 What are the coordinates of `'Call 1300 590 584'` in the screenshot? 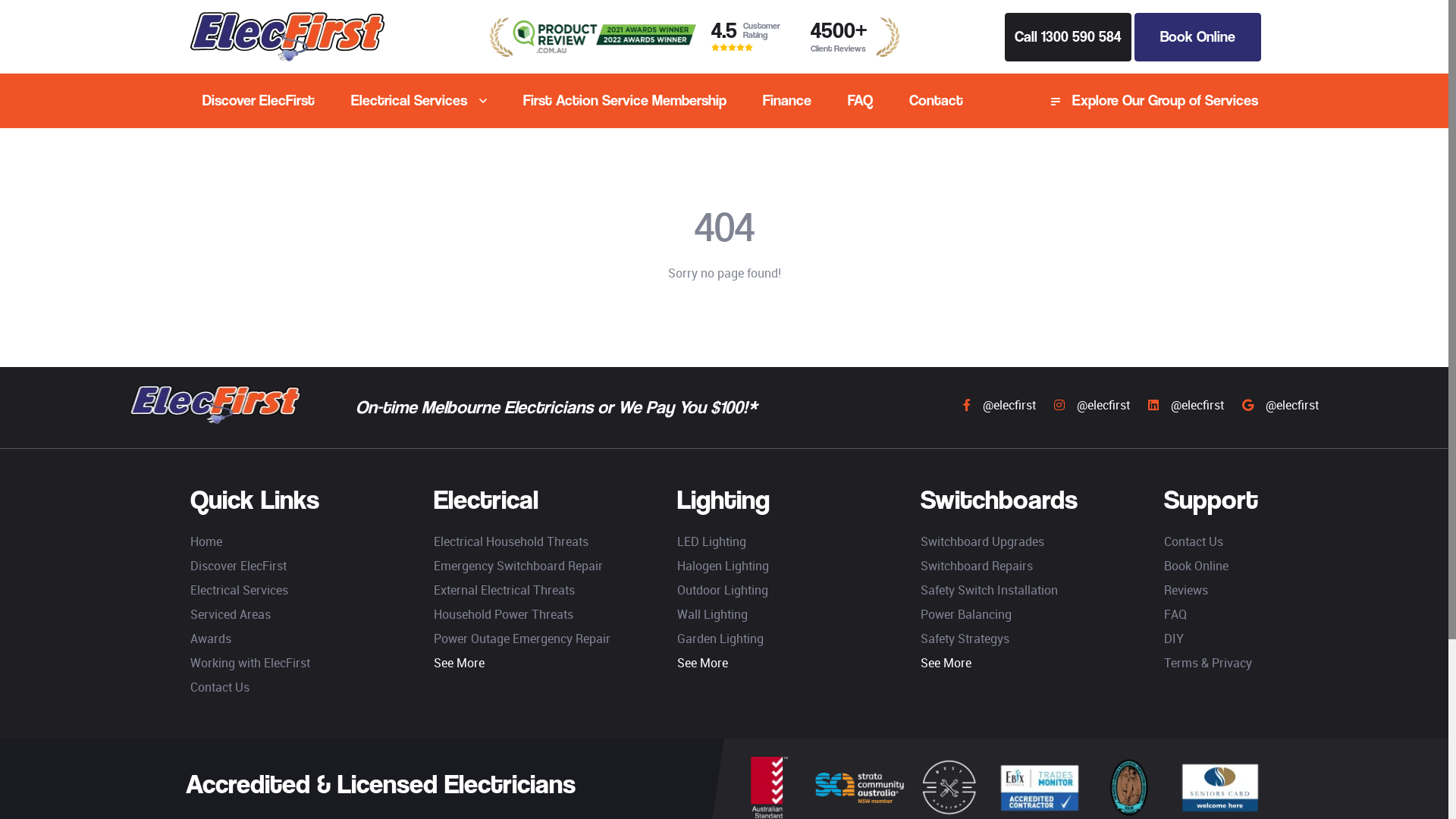 It's located at (1004, 35).